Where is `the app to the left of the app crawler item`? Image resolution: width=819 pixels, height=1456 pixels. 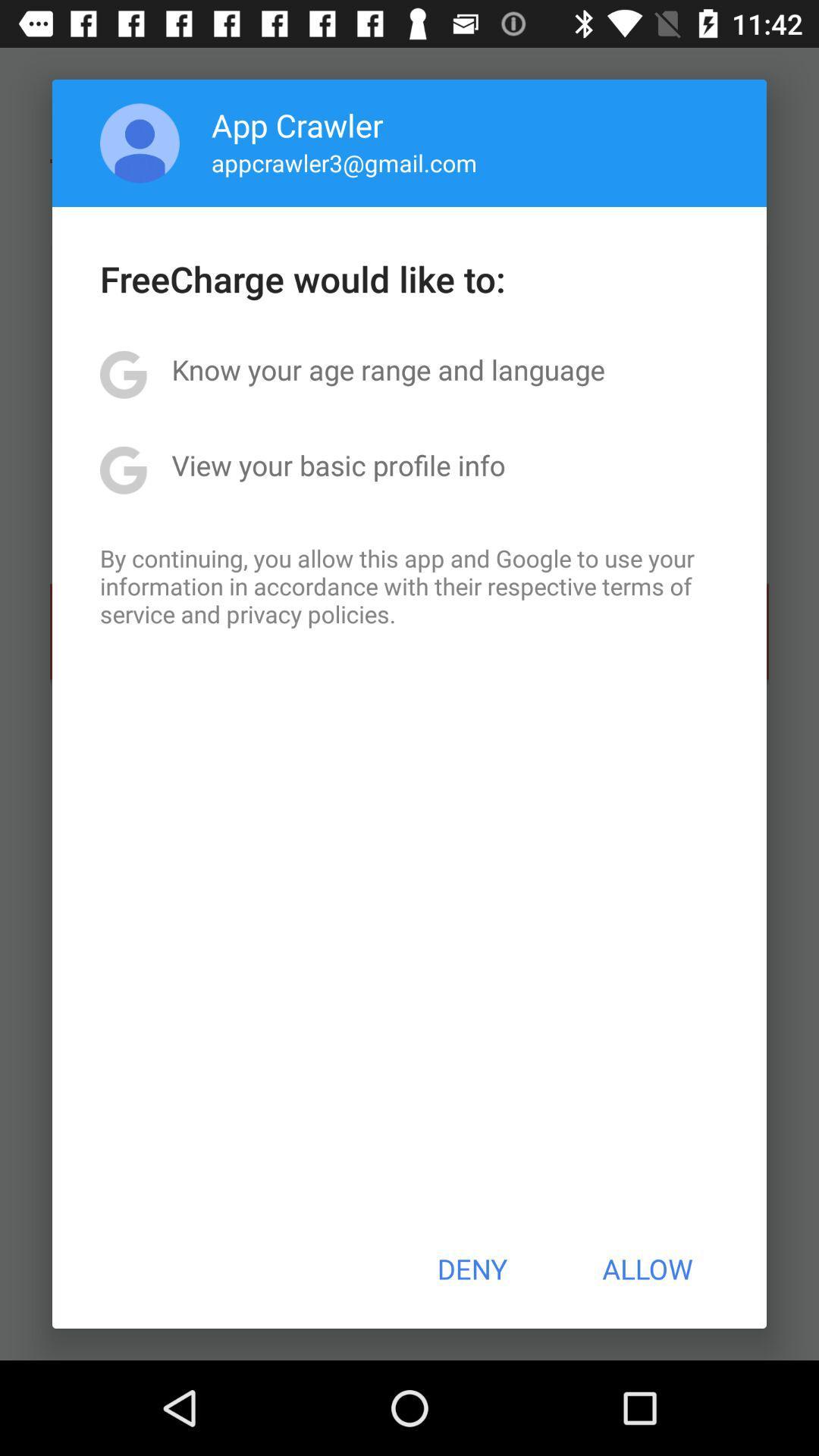
the app to the left of the app crawler item is located at coordinates (140, 143).